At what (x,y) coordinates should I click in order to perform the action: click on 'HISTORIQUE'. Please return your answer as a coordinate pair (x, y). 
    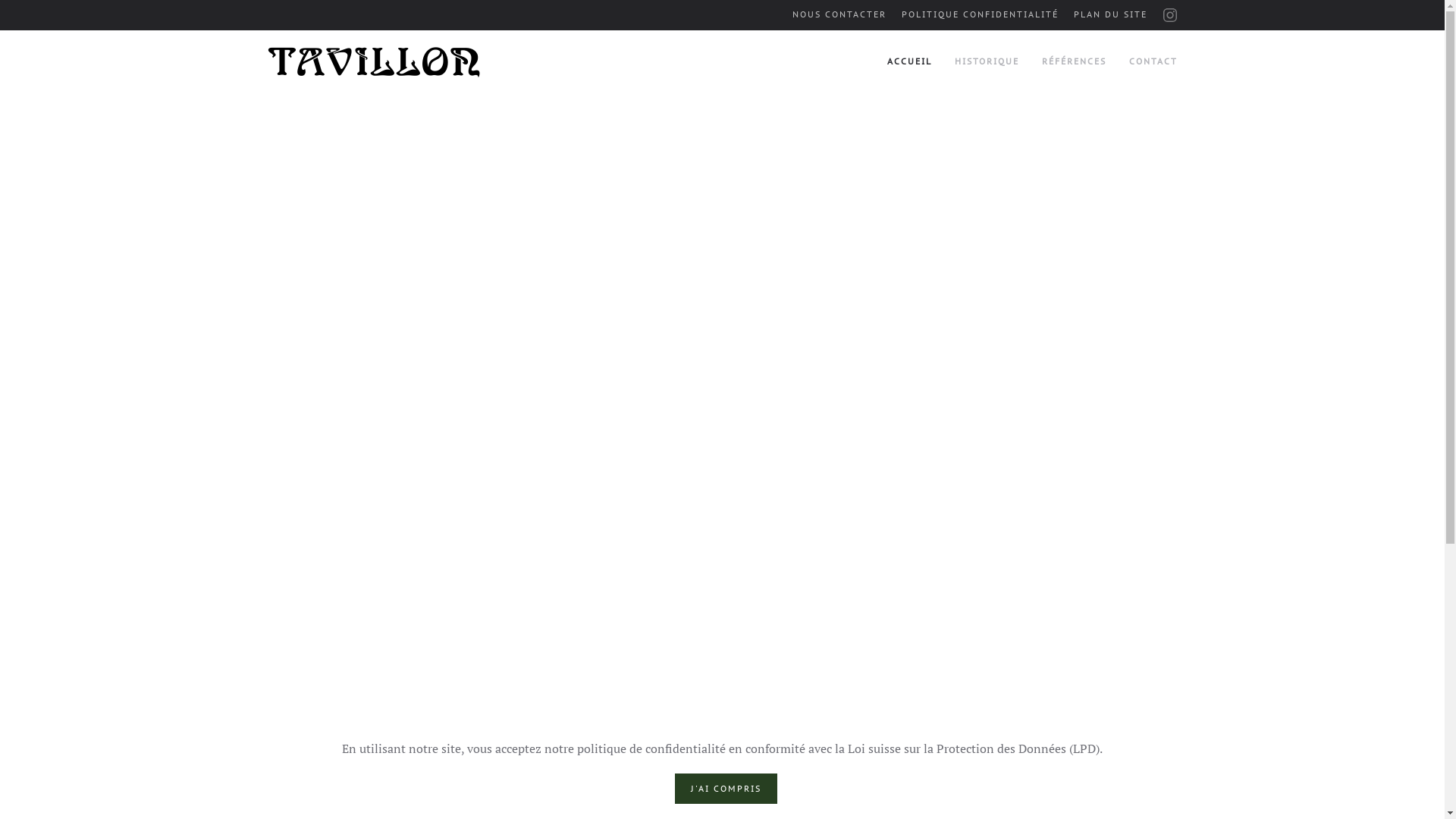
    Looking at the image, I should click on (986, 61).